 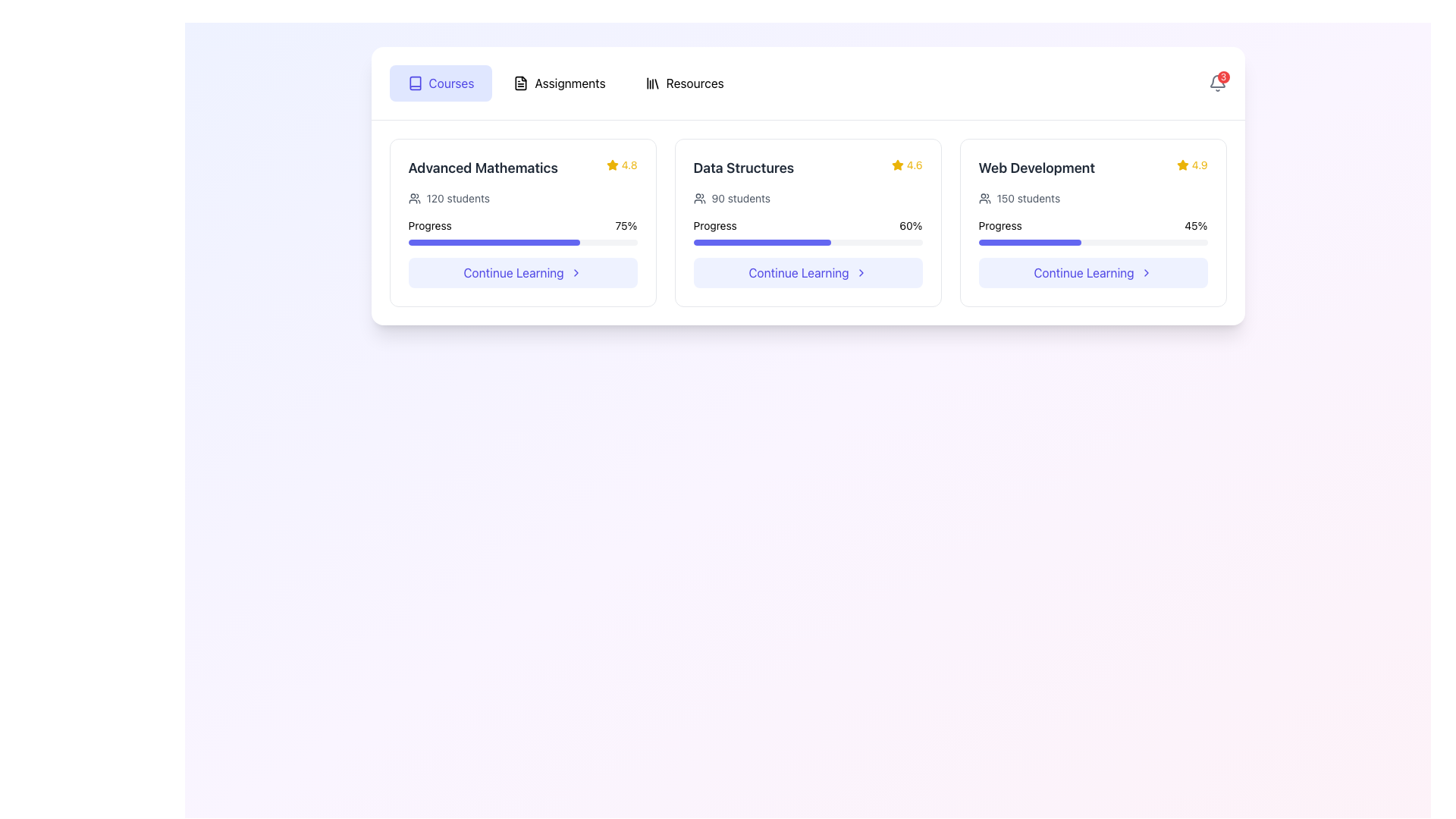 What do you see at coordinates (521, 83) in the screenshot?
I see `the folder-like icon in the navigation bar` at bounding box center [521, 83].